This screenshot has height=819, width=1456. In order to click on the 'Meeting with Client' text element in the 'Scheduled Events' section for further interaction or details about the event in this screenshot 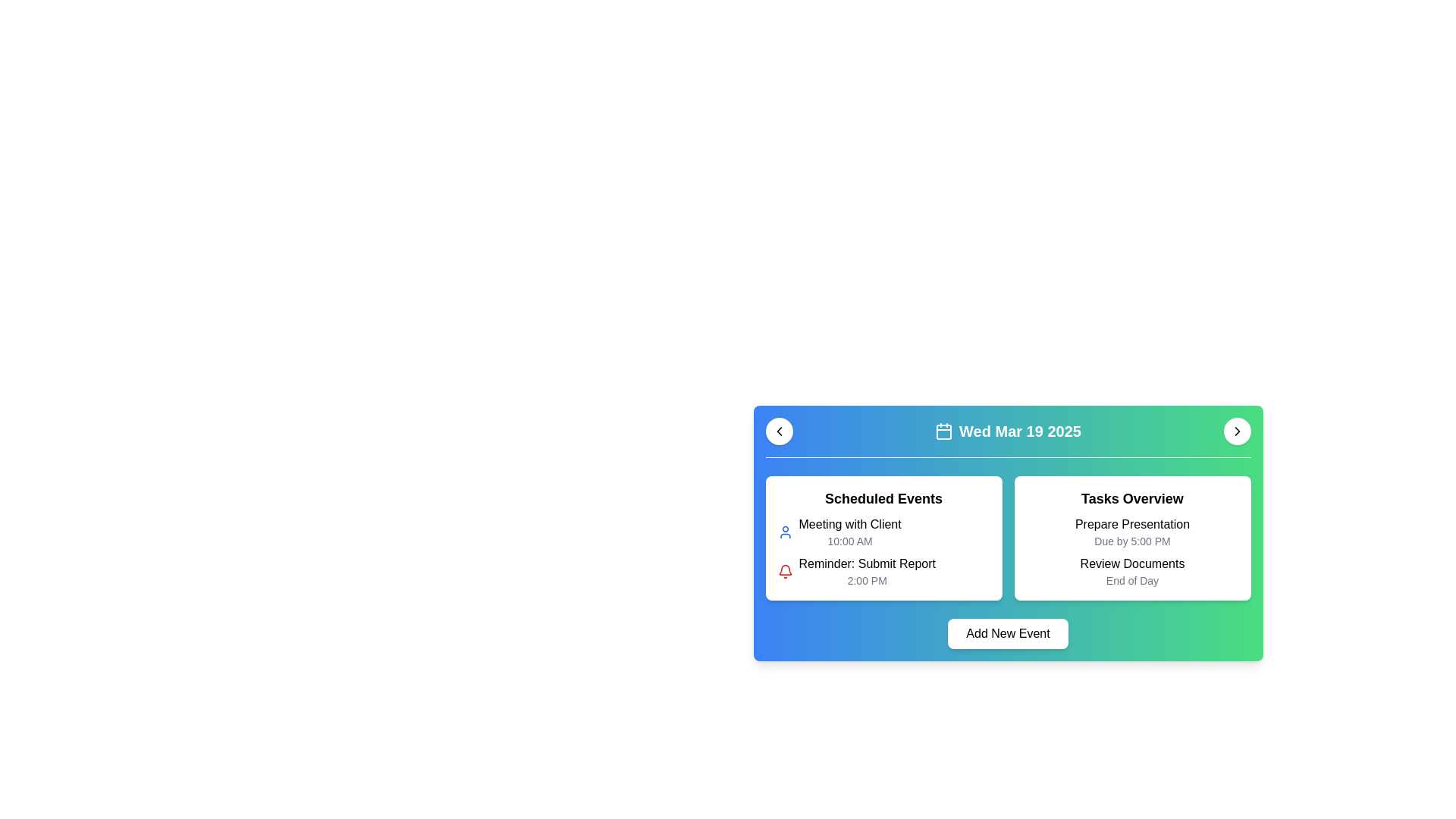, I will do `click(850, 532)`.